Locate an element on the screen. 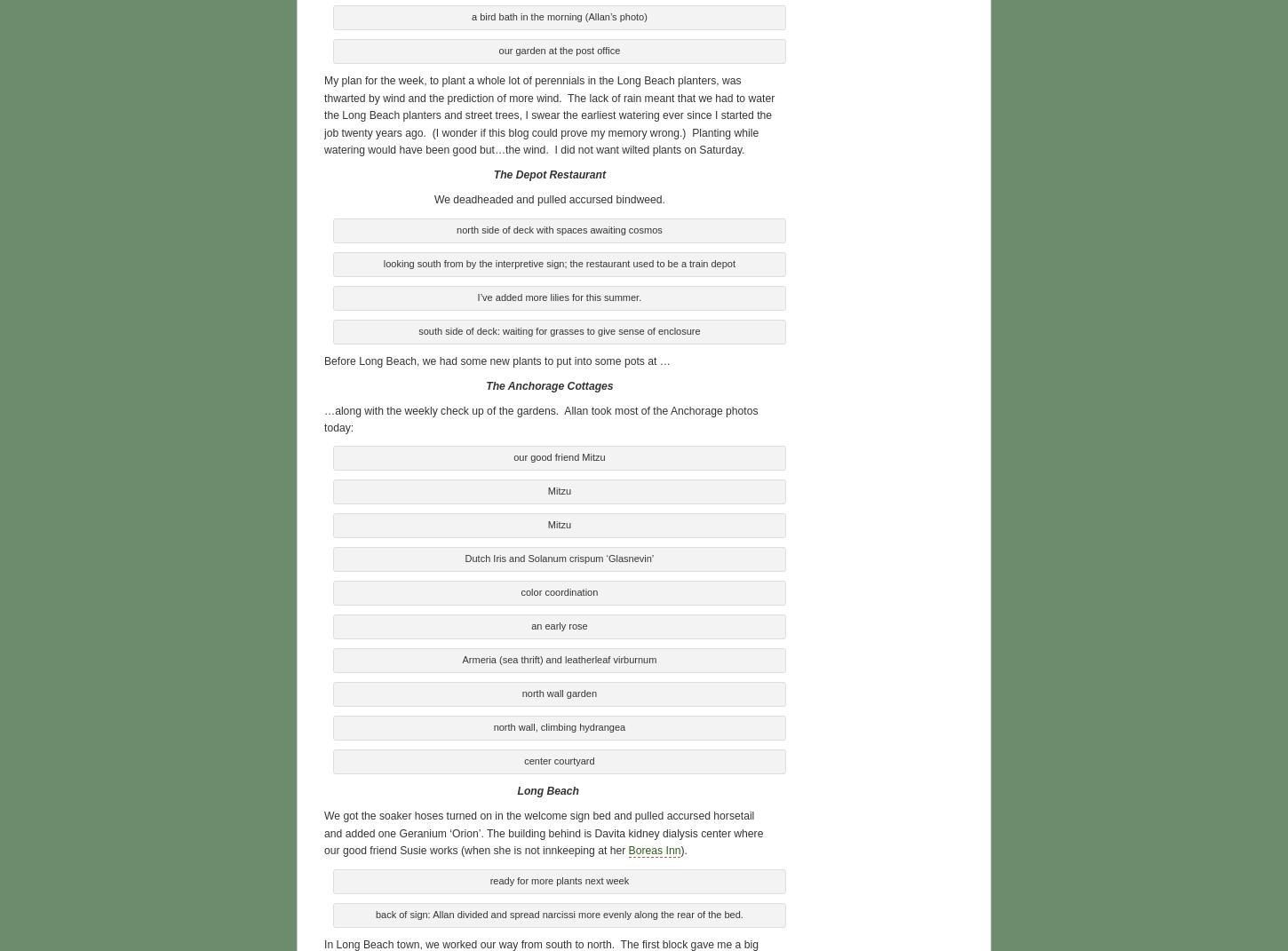 The height and width of the screenshot is (951, 1288). 'We deadheaded and pulled accursed bindweed.' is located at coordinates (547, 196).